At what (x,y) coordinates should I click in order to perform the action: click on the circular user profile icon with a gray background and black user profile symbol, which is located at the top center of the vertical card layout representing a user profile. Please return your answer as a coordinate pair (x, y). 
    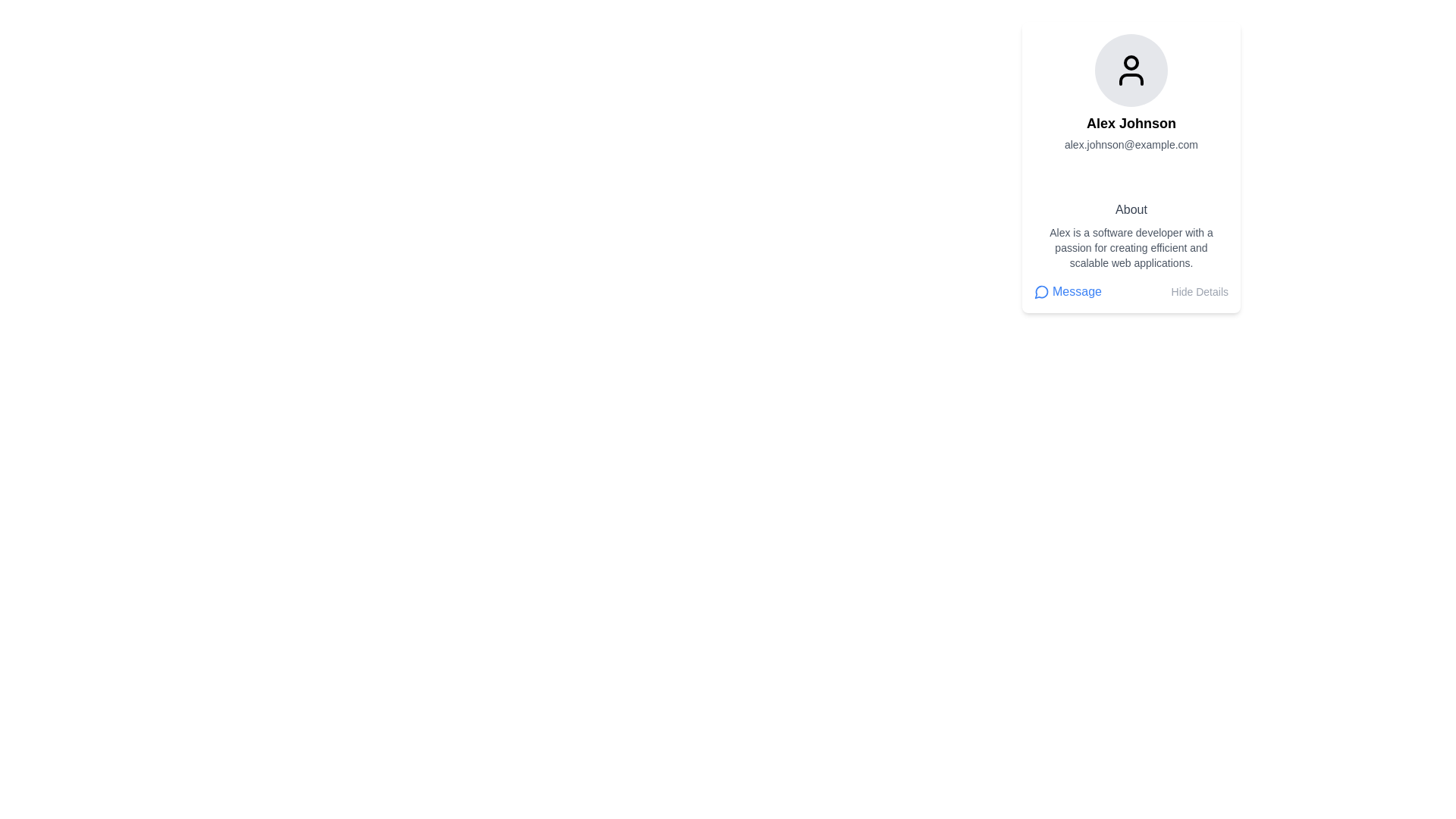
    Looking at the image, I should click on (1131, 70).